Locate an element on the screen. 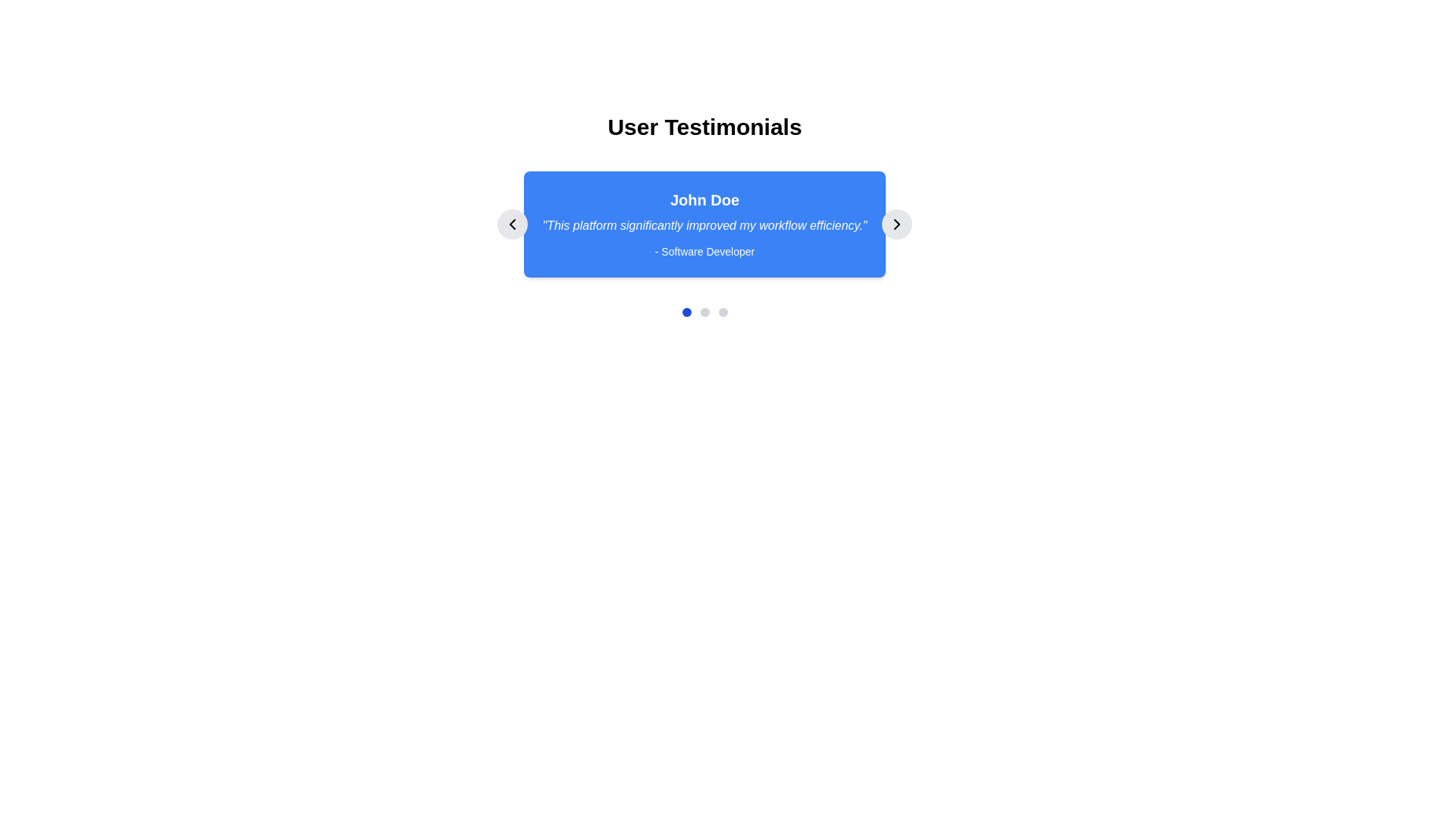  the chevron icon located inside a circular button on the right side of the blue testimonial box is located at coordinates (896, 224).